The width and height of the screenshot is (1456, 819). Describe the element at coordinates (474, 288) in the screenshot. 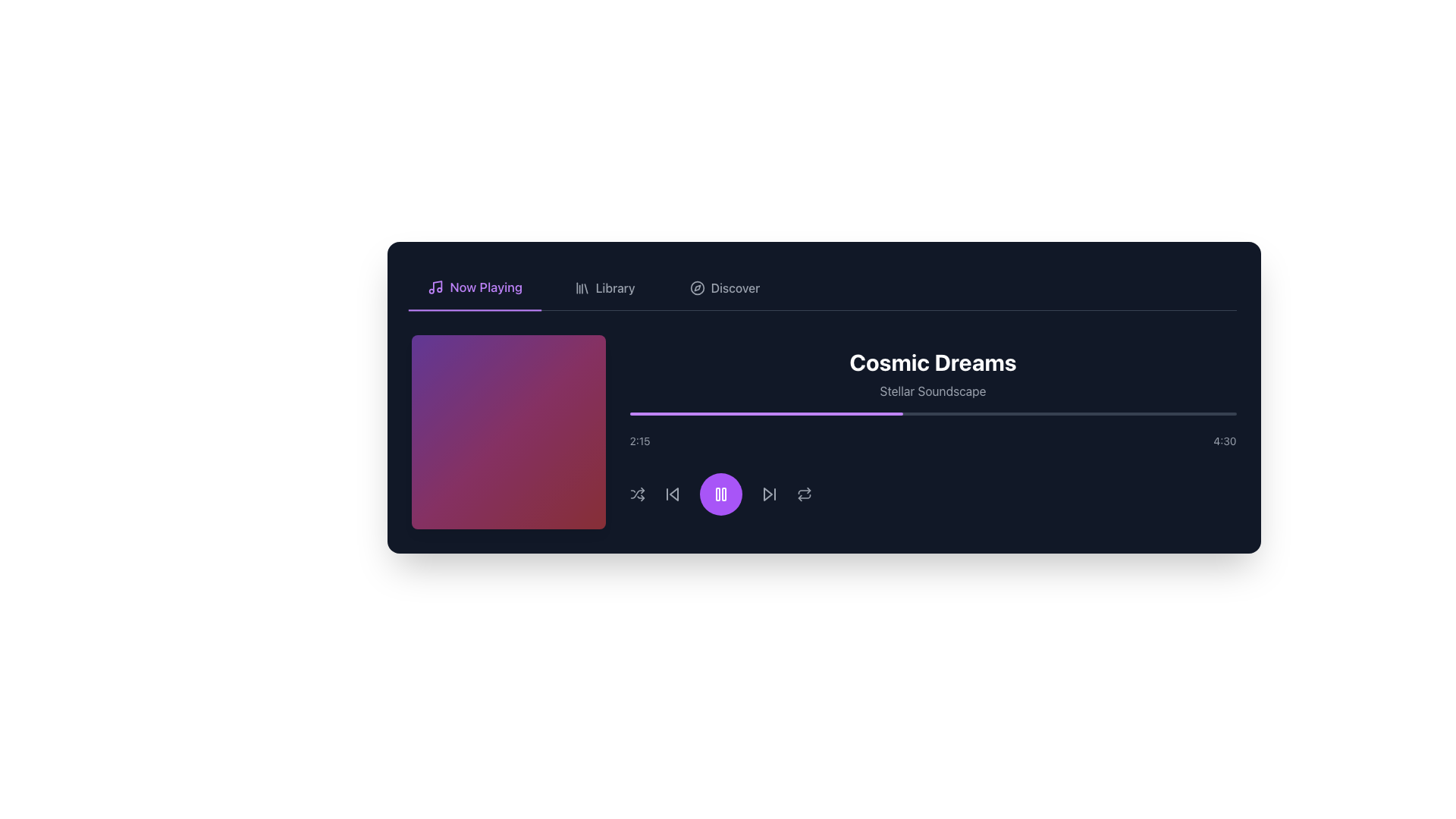

I see `the 'Now Playing' navigation tab, which includes a musical note icon and is styled in purple color` at that location.